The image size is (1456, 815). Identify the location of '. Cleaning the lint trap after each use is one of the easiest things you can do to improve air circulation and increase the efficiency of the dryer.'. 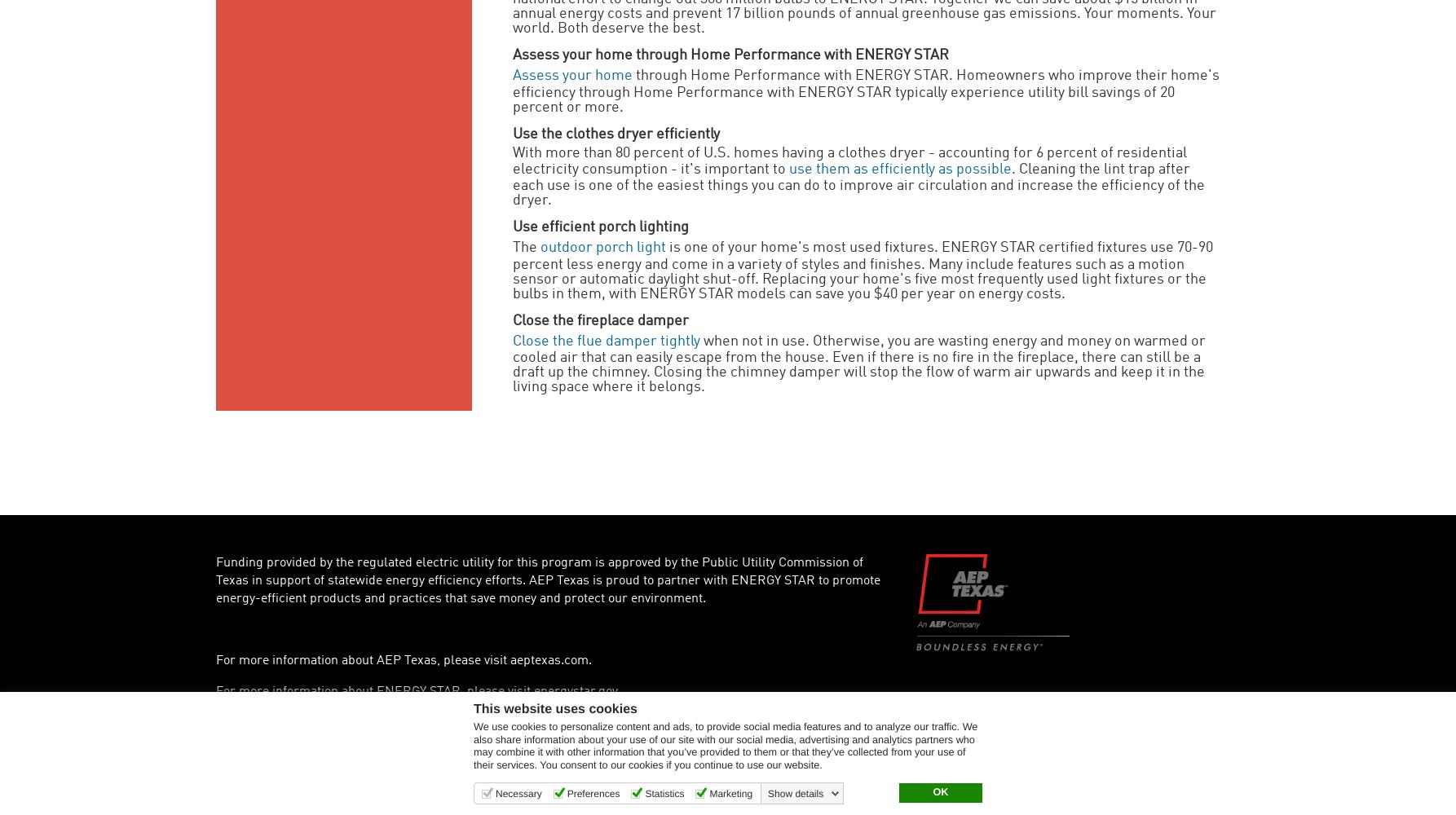
(858, 183).